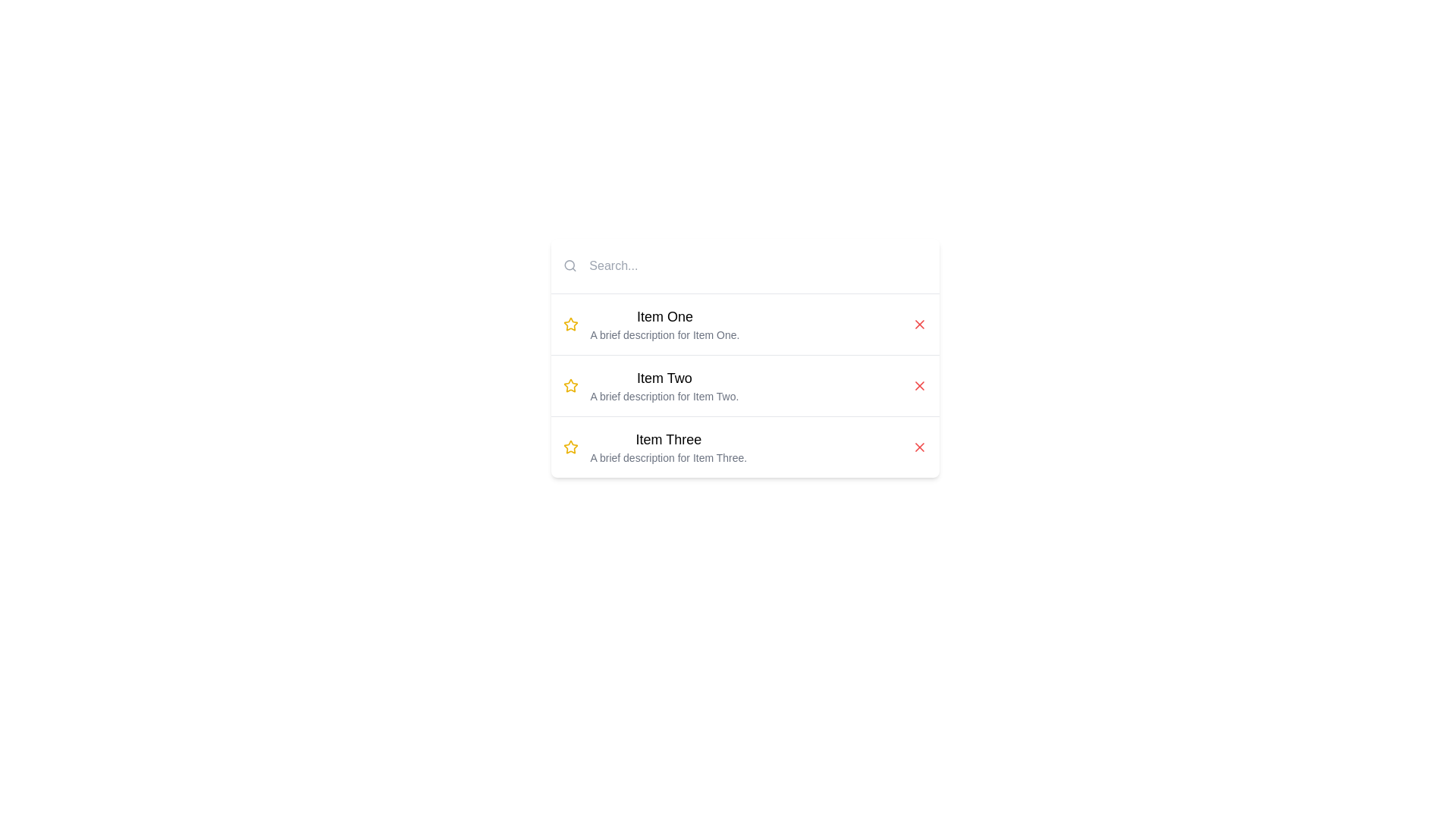  Describe the element at coordinates (664, 334) in the screenshot. I see `the text content of the description label located directly beneath the title 'Item One' in the vertical list structure` at that location.